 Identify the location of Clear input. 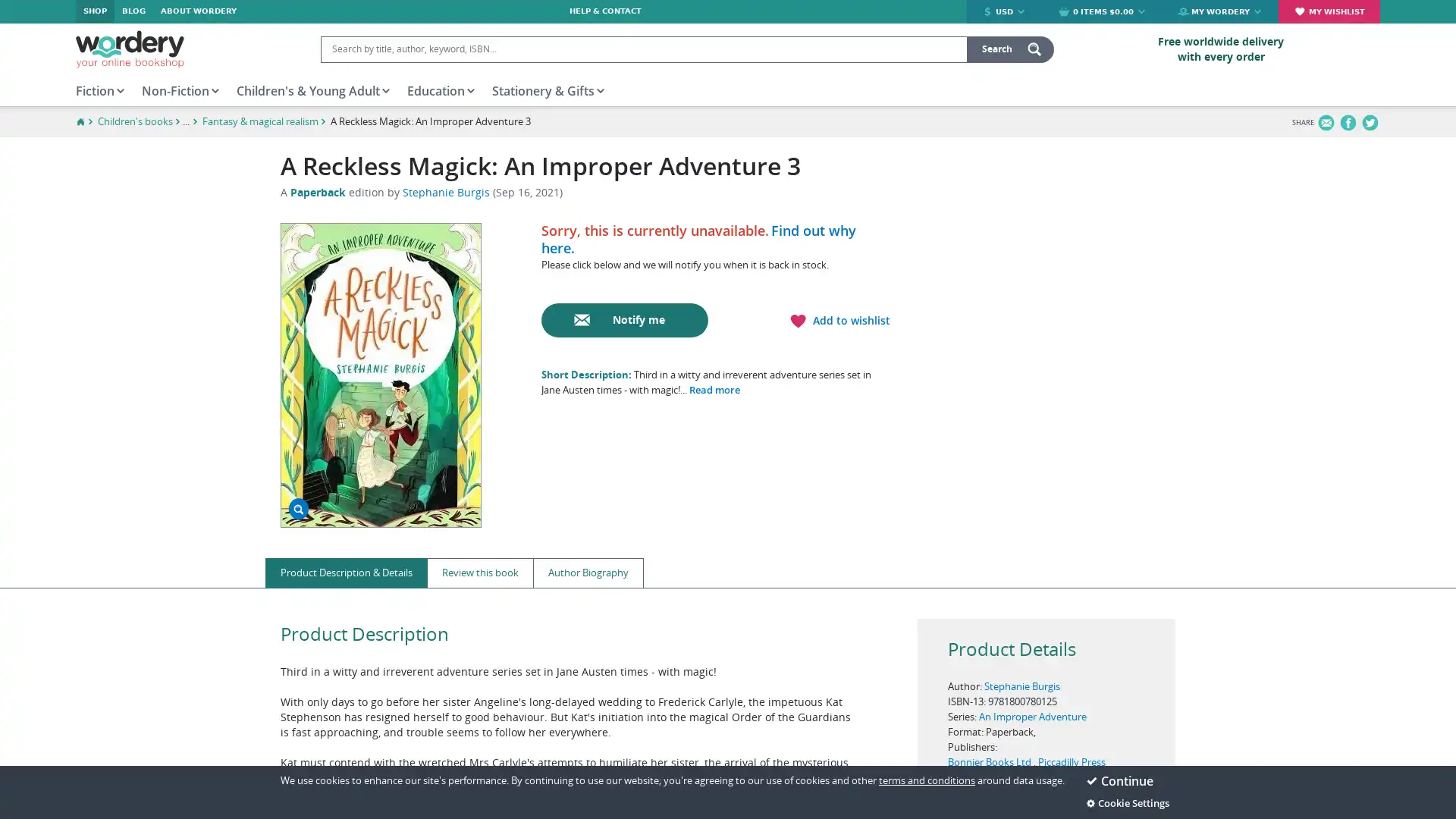
(952, 48).